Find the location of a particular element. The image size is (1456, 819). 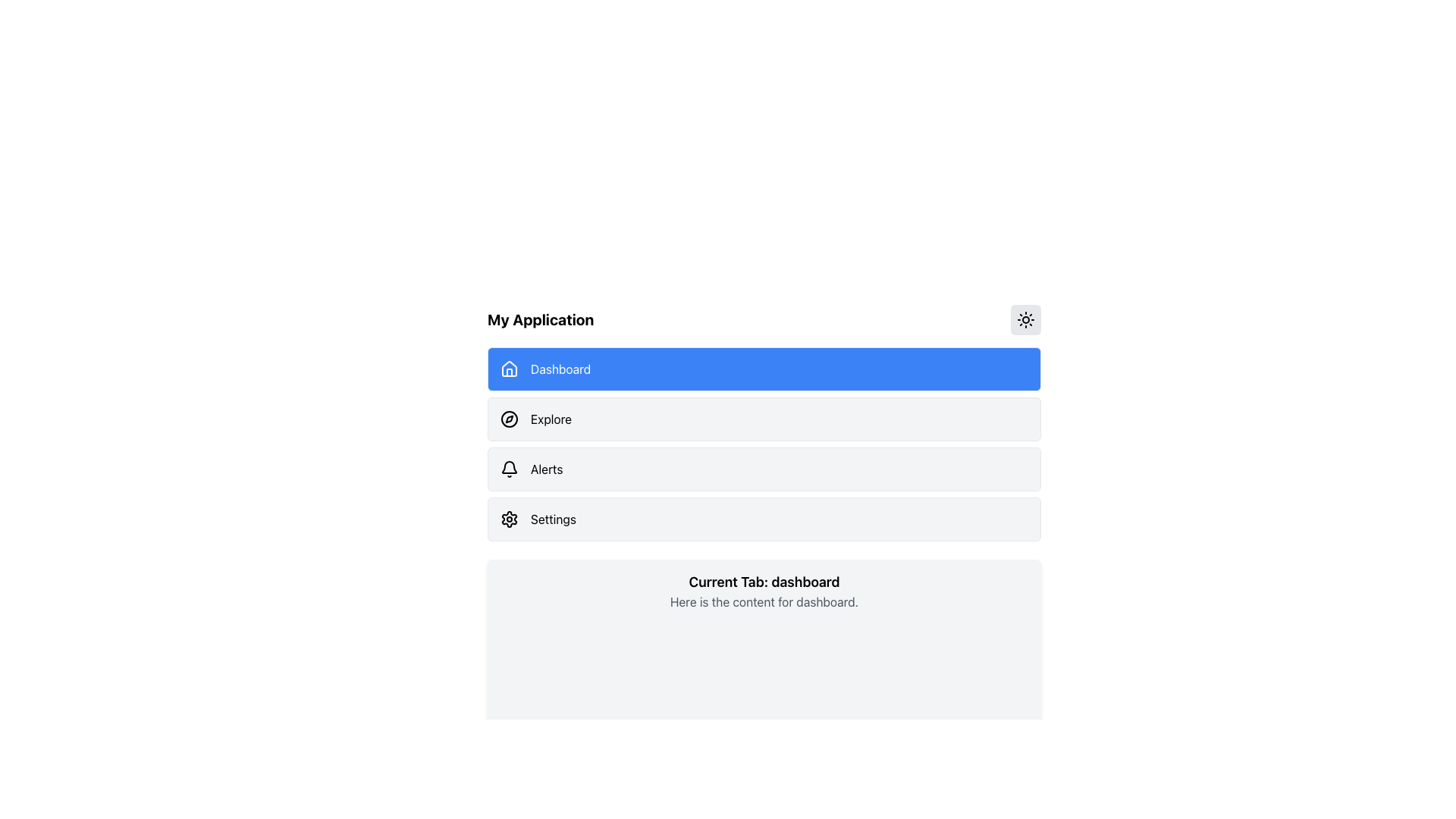

circular element of the compass icon located in the second menu option labeled 'Explore' by clicking on its center is located at coordinates (510, 419).